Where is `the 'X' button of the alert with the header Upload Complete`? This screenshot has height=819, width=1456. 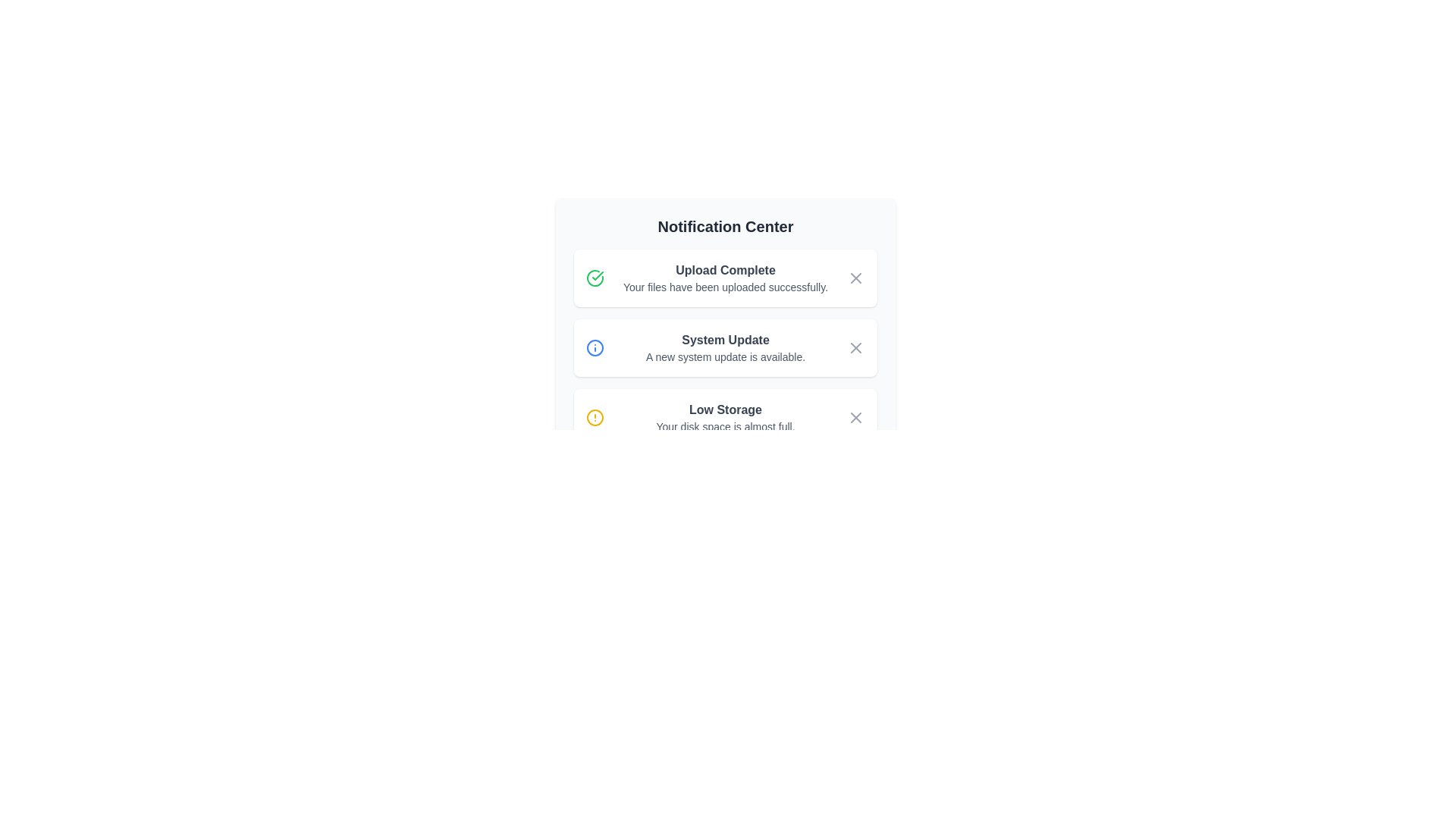
the 'X' button of the alert with the header Upload Complete is located at coordinates (855, 278).